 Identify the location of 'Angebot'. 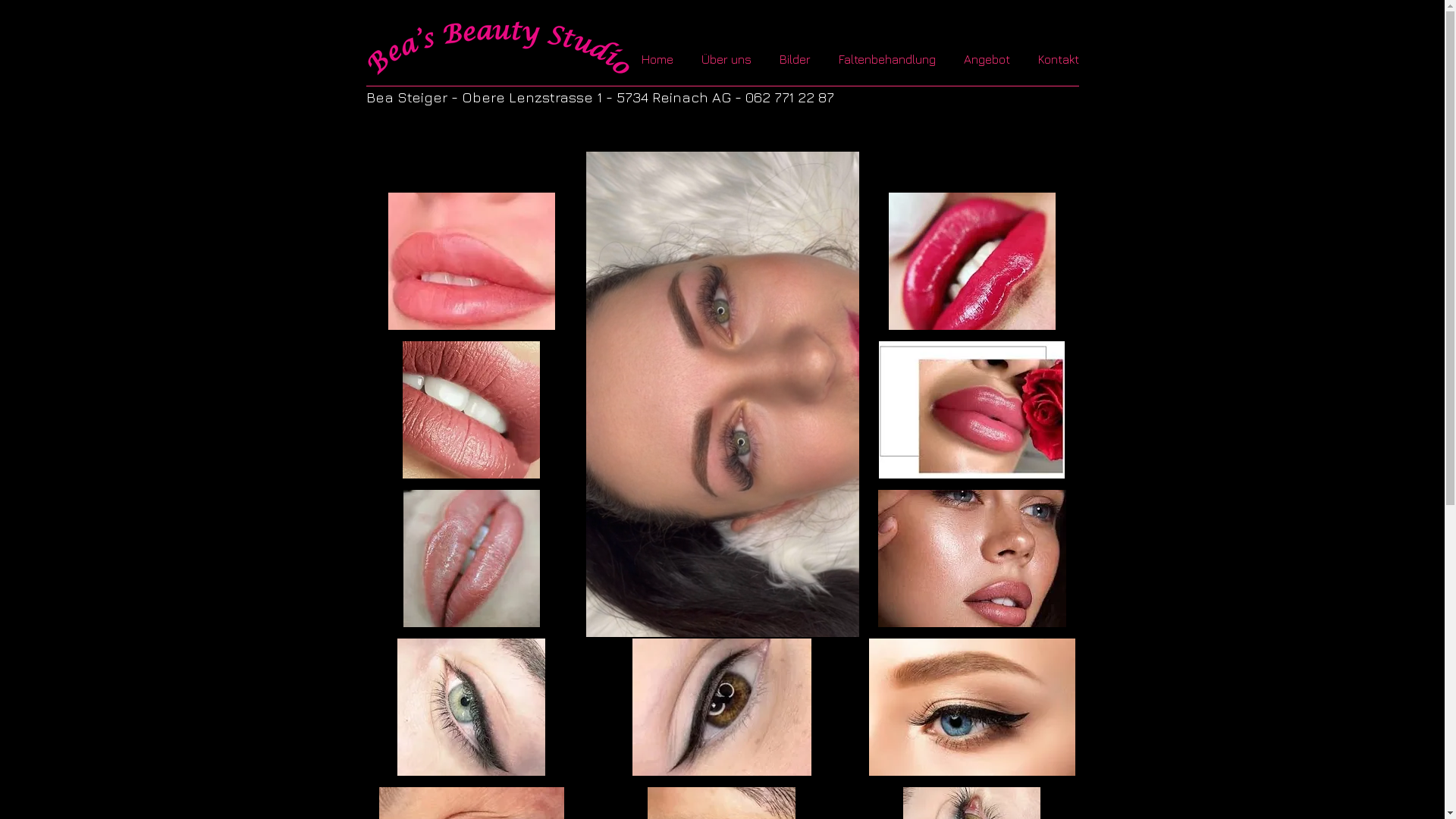
(989, 58).